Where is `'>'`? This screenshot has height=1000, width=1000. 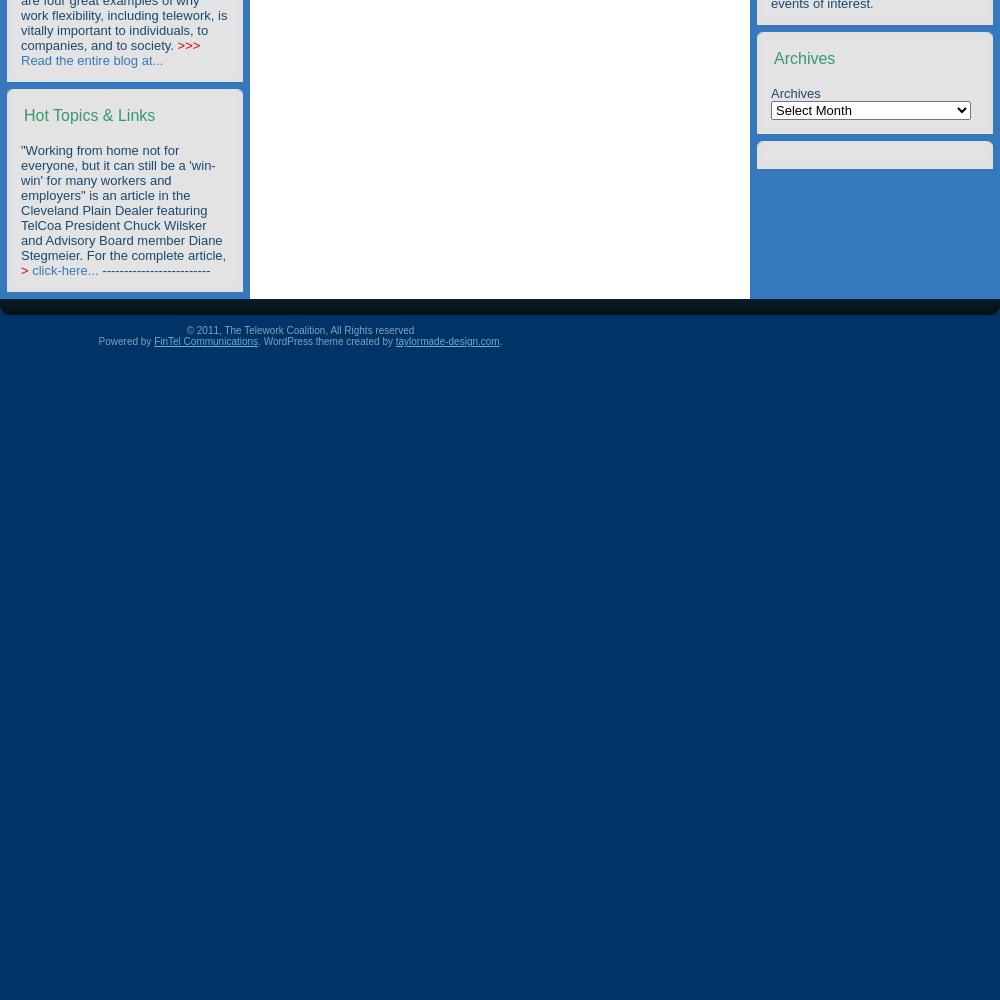 '>' is located at coordinates (21, 270).